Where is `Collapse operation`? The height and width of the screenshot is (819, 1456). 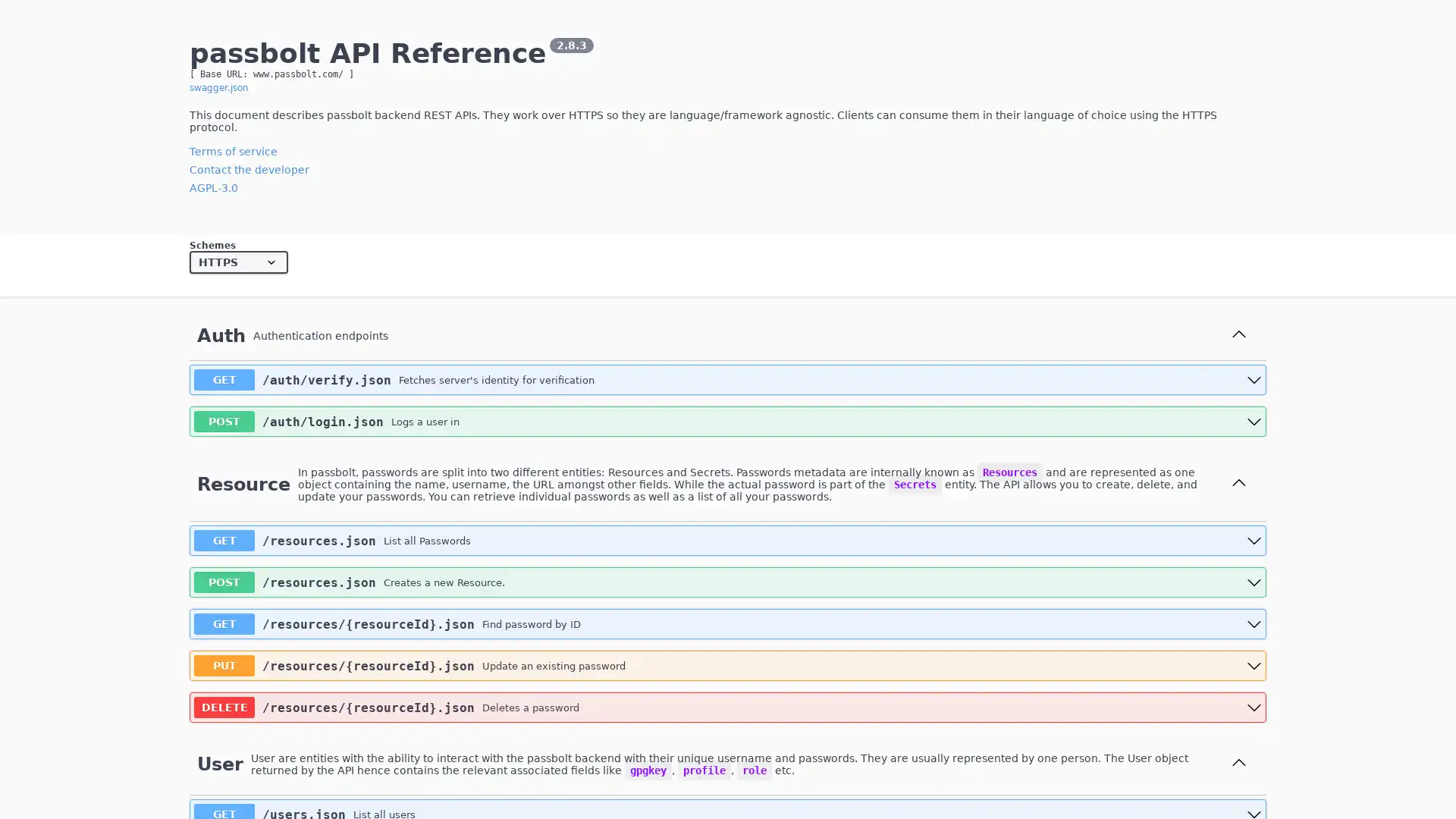 Collapse operation is located at coordinates (1238, 764).